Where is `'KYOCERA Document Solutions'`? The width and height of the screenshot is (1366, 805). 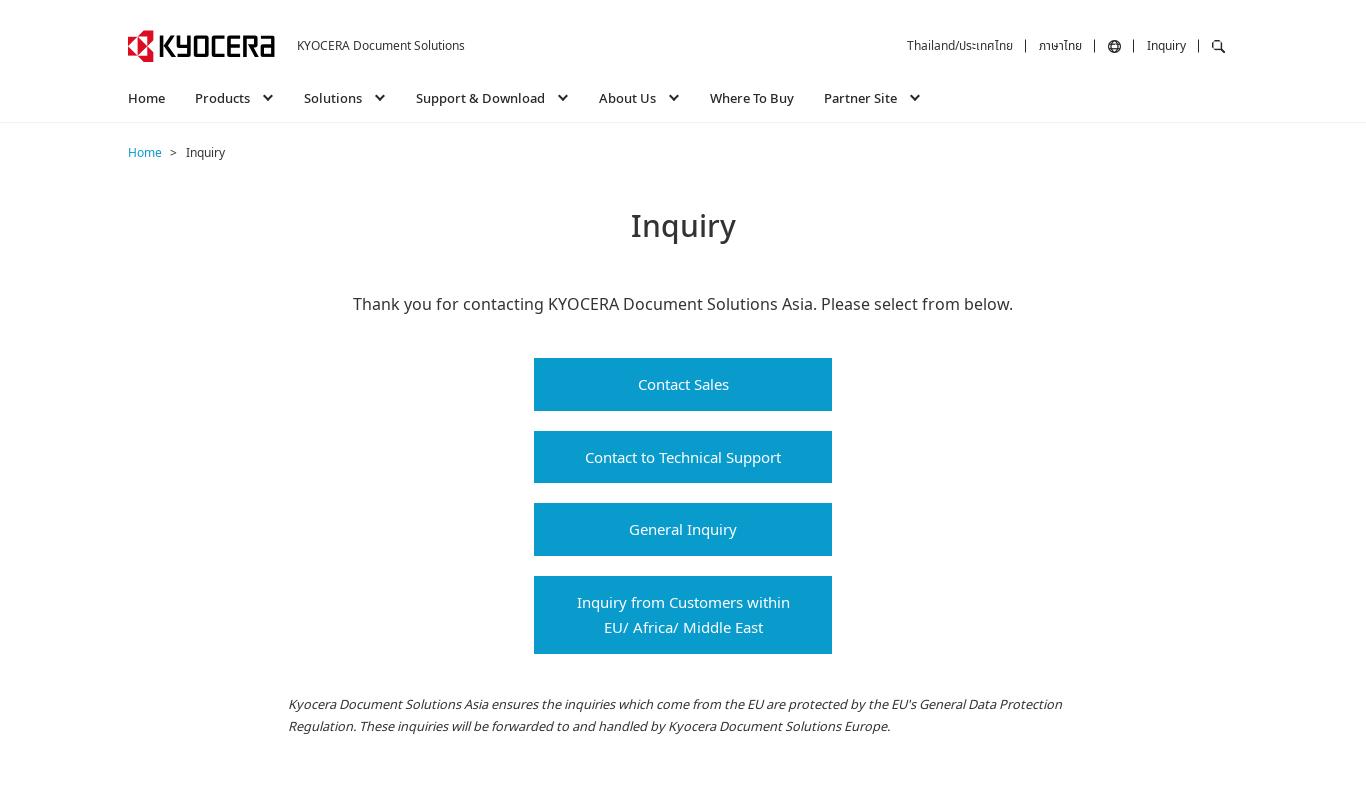
'KYOCERA Document Solutions' is located at coordinates (379, 44).